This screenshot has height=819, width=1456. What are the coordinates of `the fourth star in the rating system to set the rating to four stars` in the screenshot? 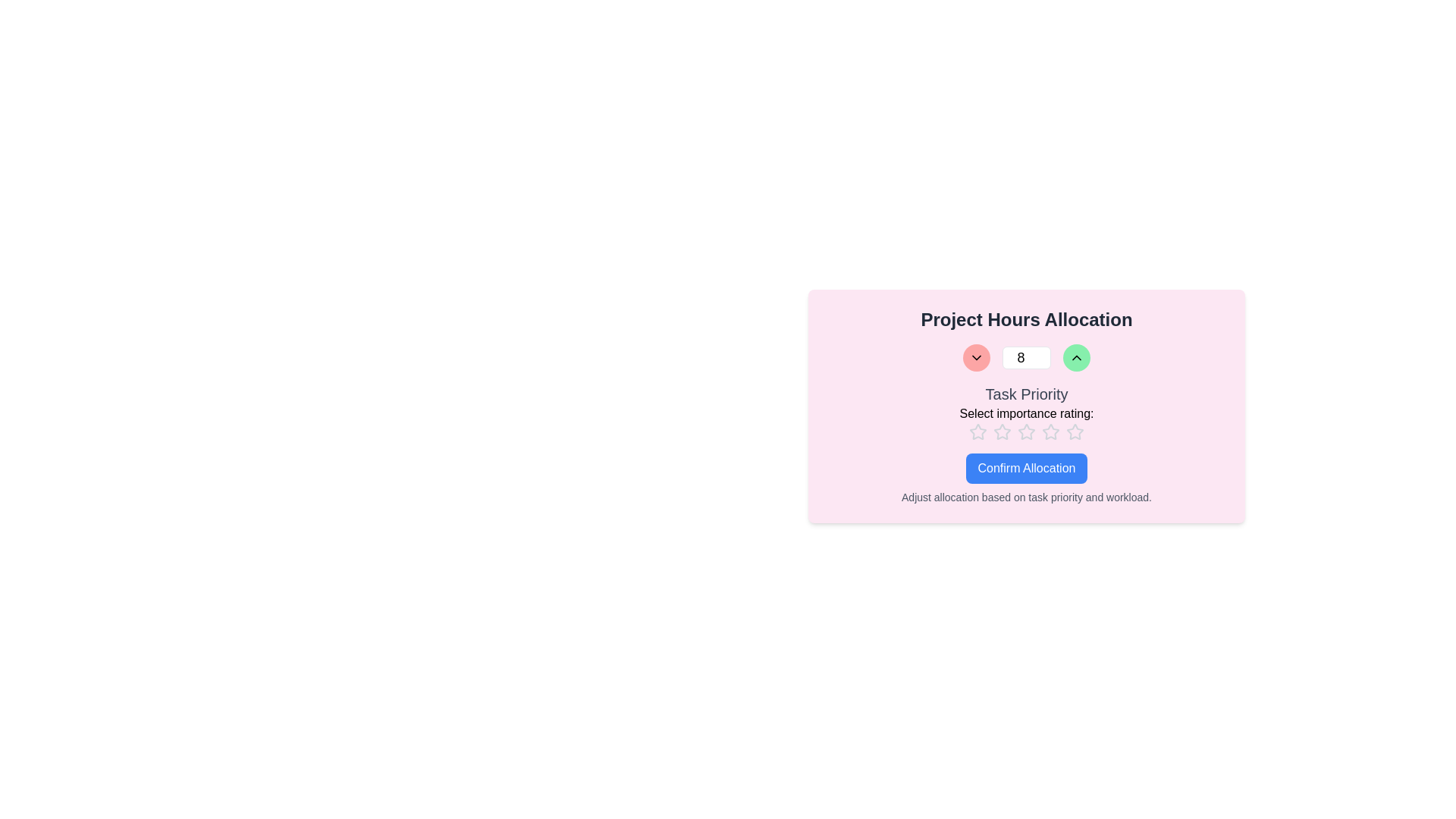 It's located at (1073, 431).